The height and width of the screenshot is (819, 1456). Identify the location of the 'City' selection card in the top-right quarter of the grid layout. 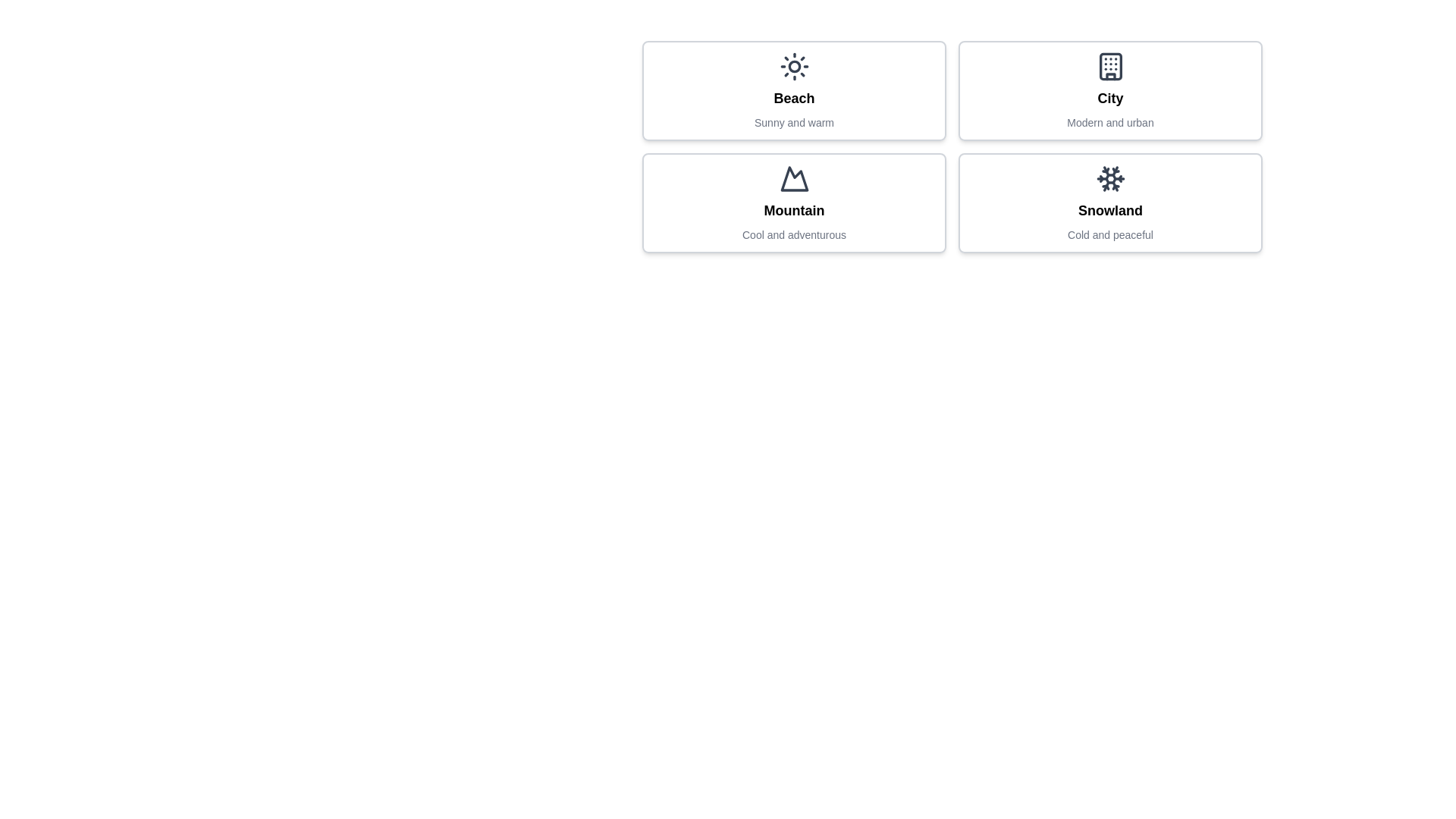
(1110, 90).